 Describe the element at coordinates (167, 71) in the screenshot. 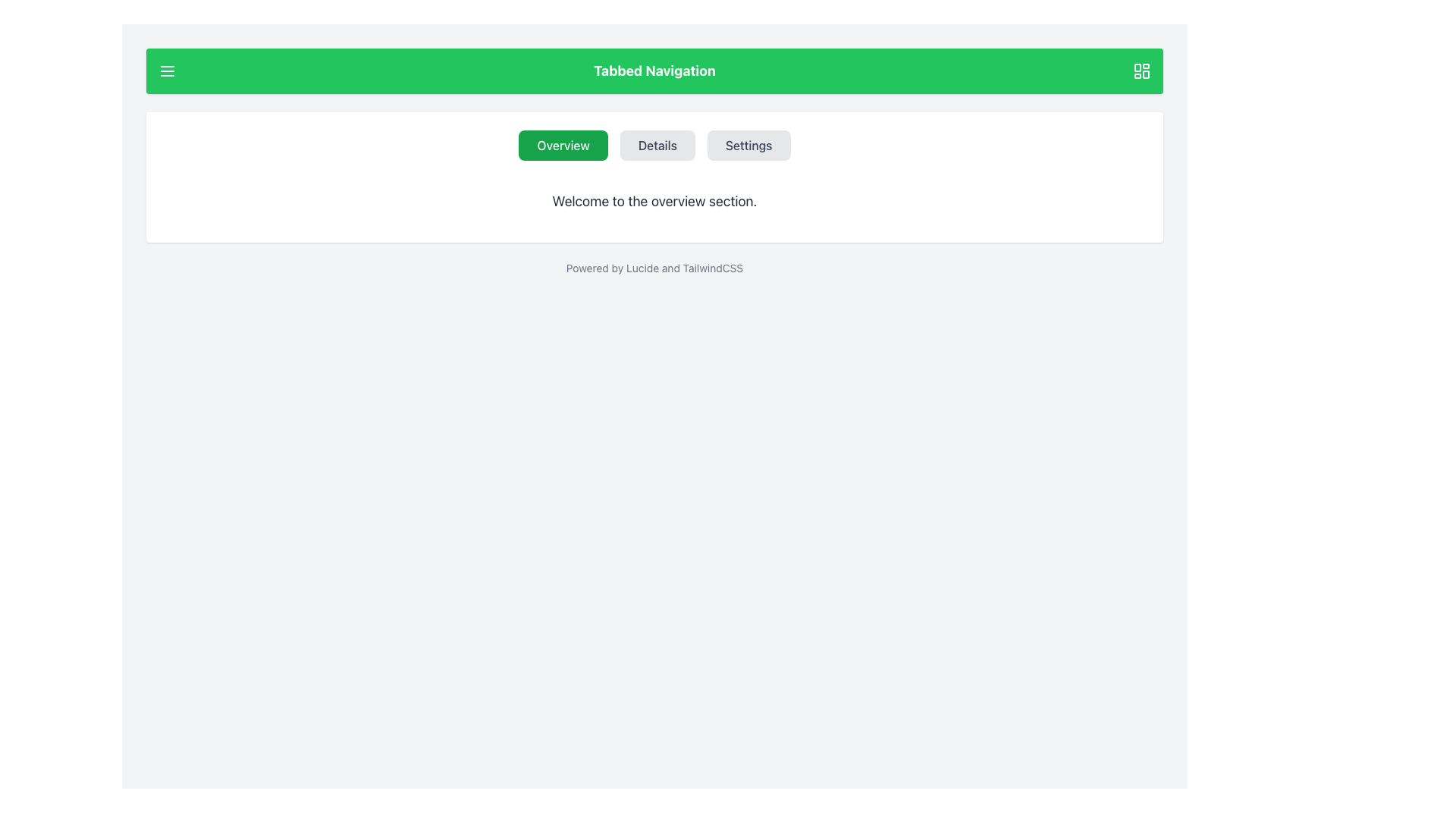

I see `the Hamburger Menu Icon located at the top-left corner of the green header bar` at that location.